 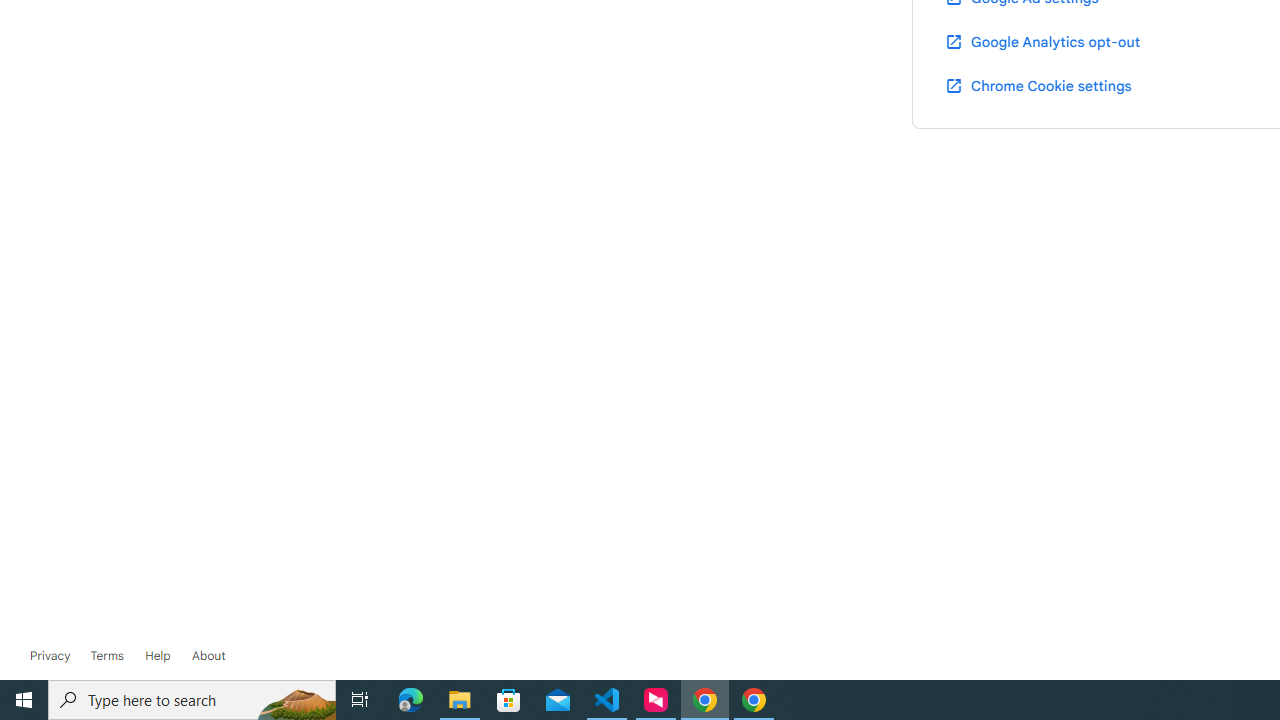 What do you see at coordinates (1038, 84) in the screenshot?
I see `'Chrome Cookie settings'` at bounding box center [1038, 84].